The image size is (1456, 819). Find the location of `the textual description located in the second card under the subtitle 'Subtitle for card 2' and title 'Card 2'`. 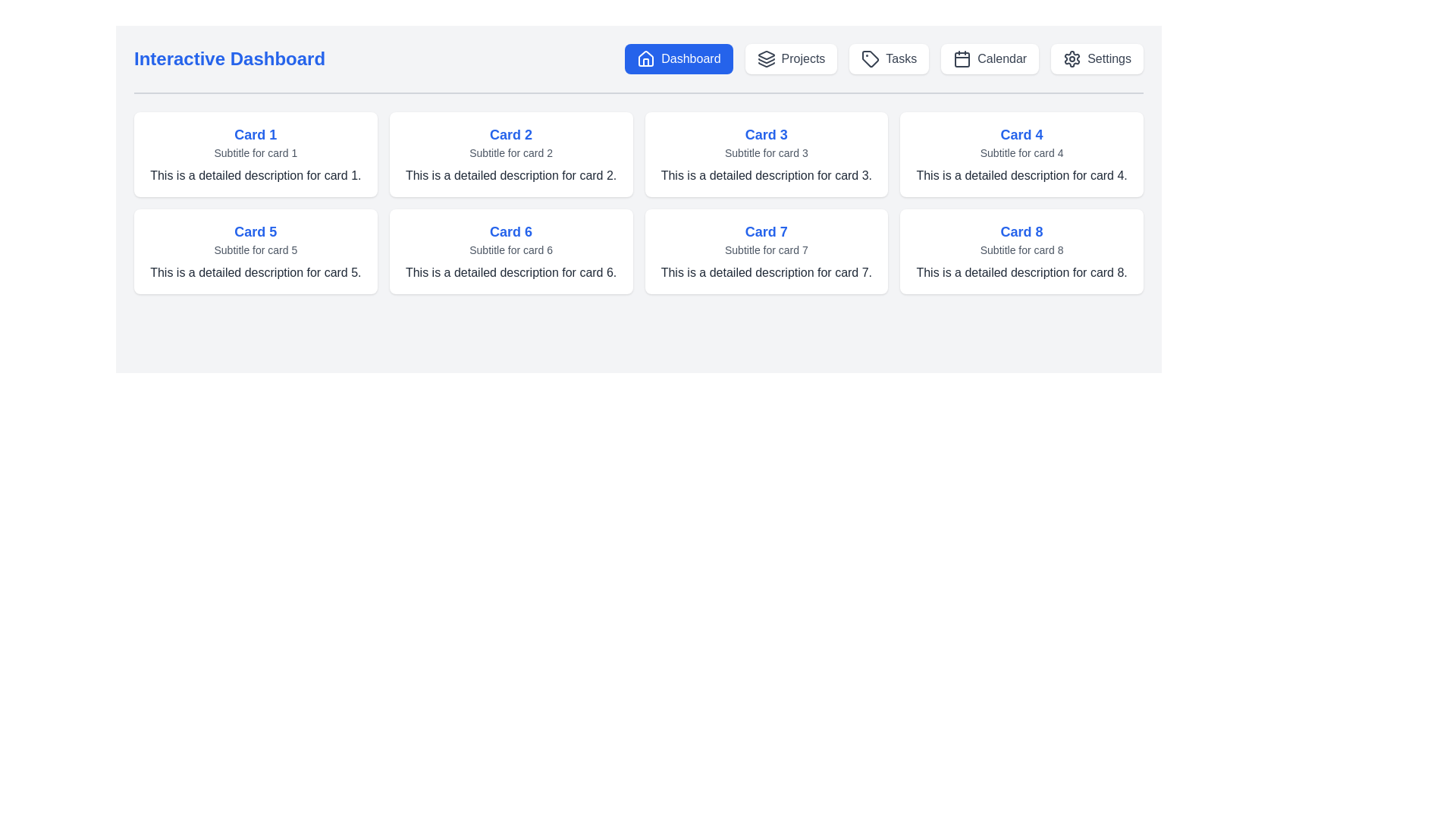

the textual description located in the second card under the subtitle 'Subtitle for card 2' and title 'Card 2' is located at coordinates (511, 174).